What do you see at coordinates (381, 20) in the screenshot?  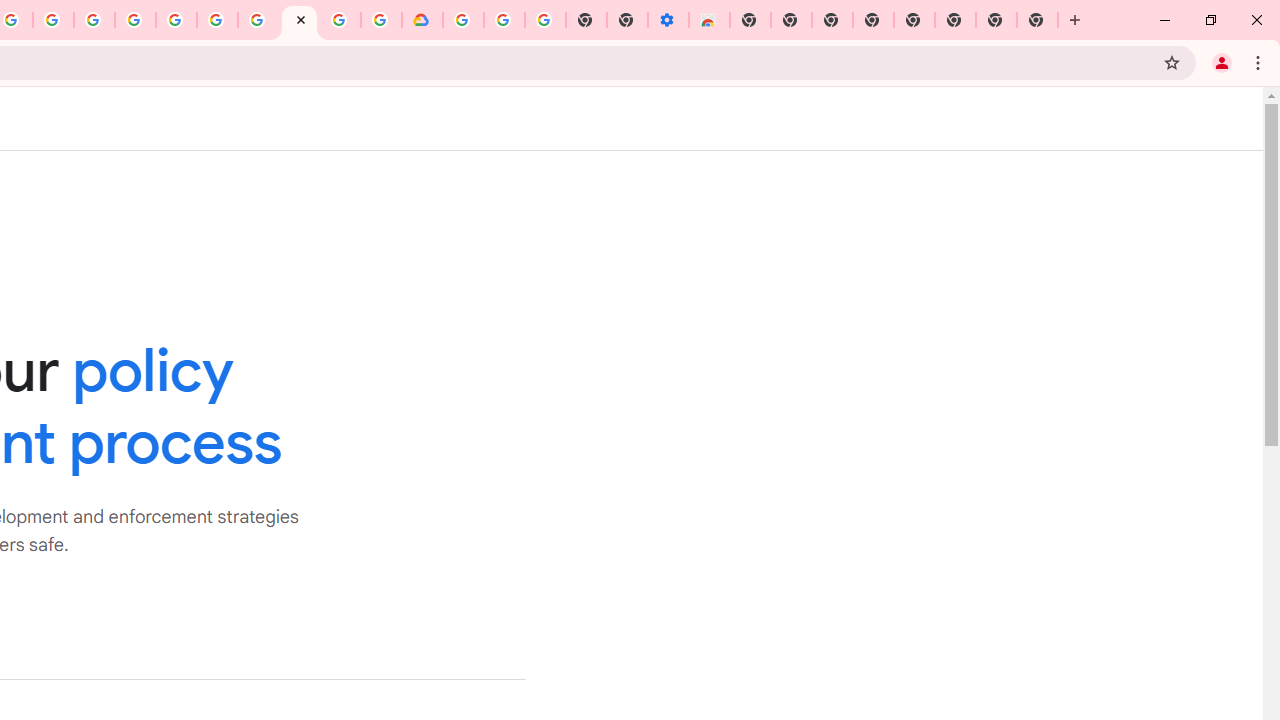 I see `'Browse the Google Chrome Community - Google Chrome Community'` at bounding box center [381, 20].